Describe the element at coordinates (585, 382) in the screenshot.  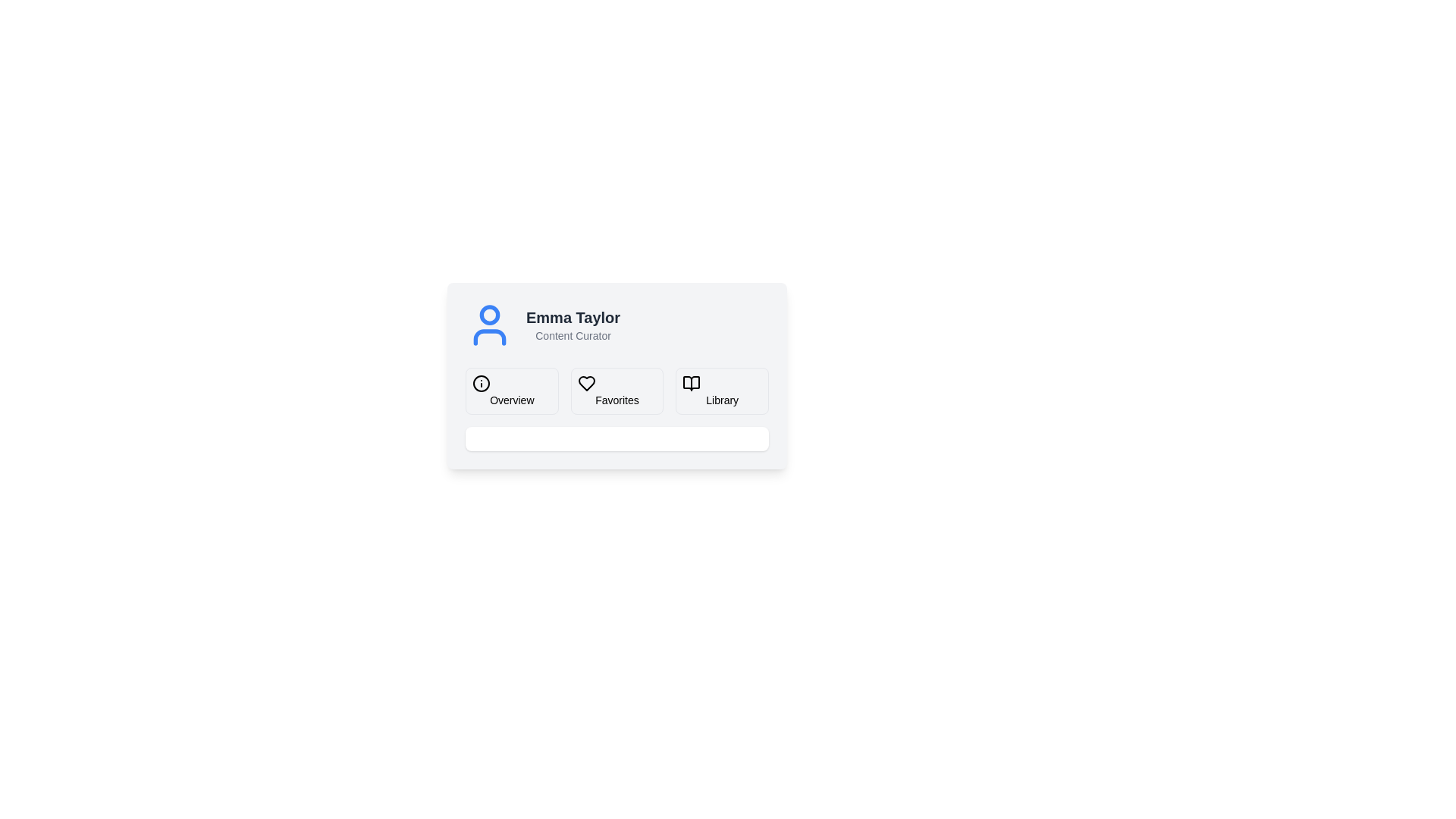
I see `the 'Favorites' button icon` at that location.